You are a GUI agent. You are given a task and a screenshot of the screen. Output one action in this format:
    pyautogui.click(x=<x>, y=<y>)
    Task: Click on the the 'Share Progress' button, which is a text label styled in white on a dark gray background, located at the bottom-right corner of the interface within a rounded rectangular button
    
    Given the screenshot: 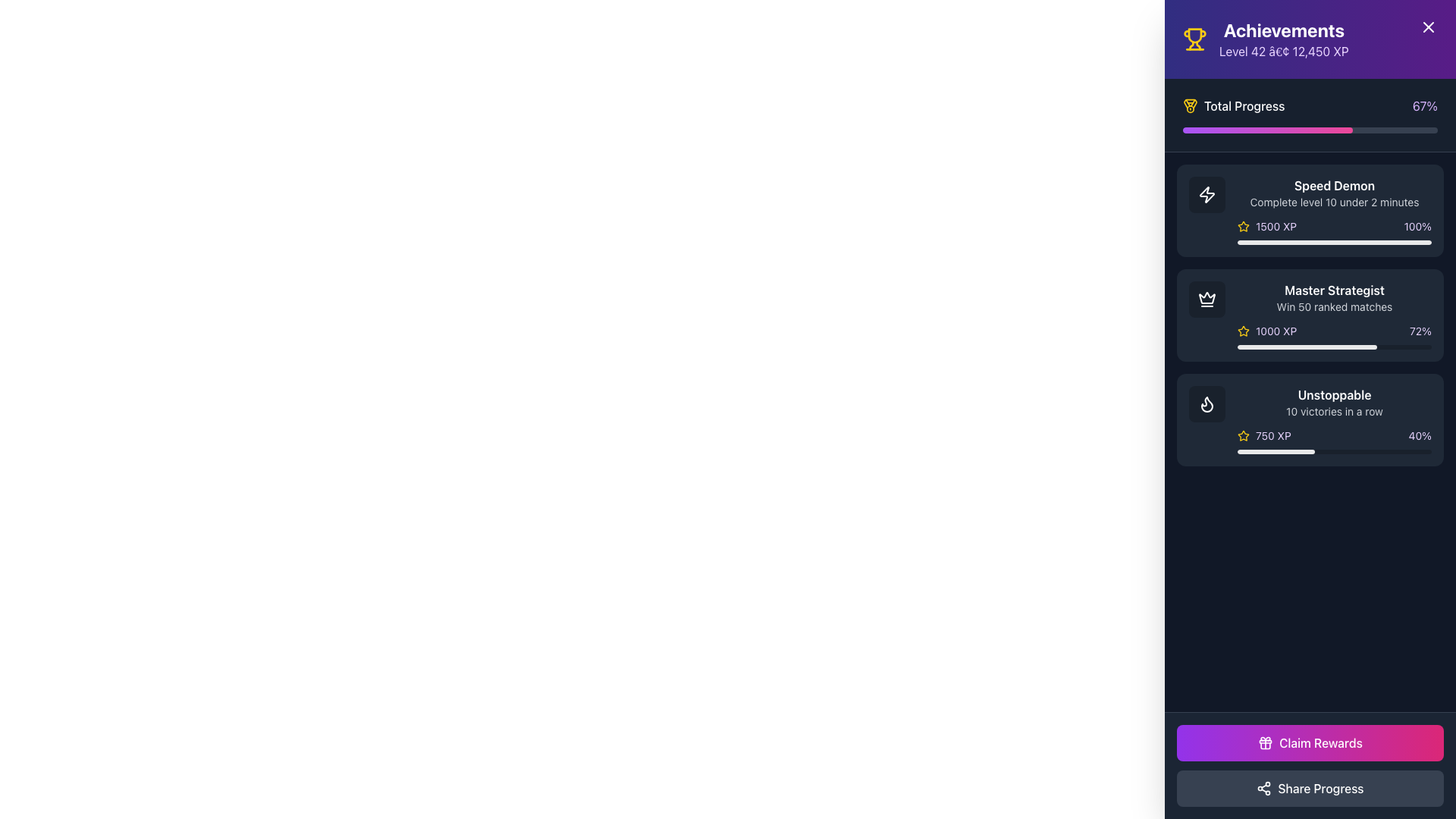 What is the action you would take?
    pyautogui.click(x=1320, y=788)
    